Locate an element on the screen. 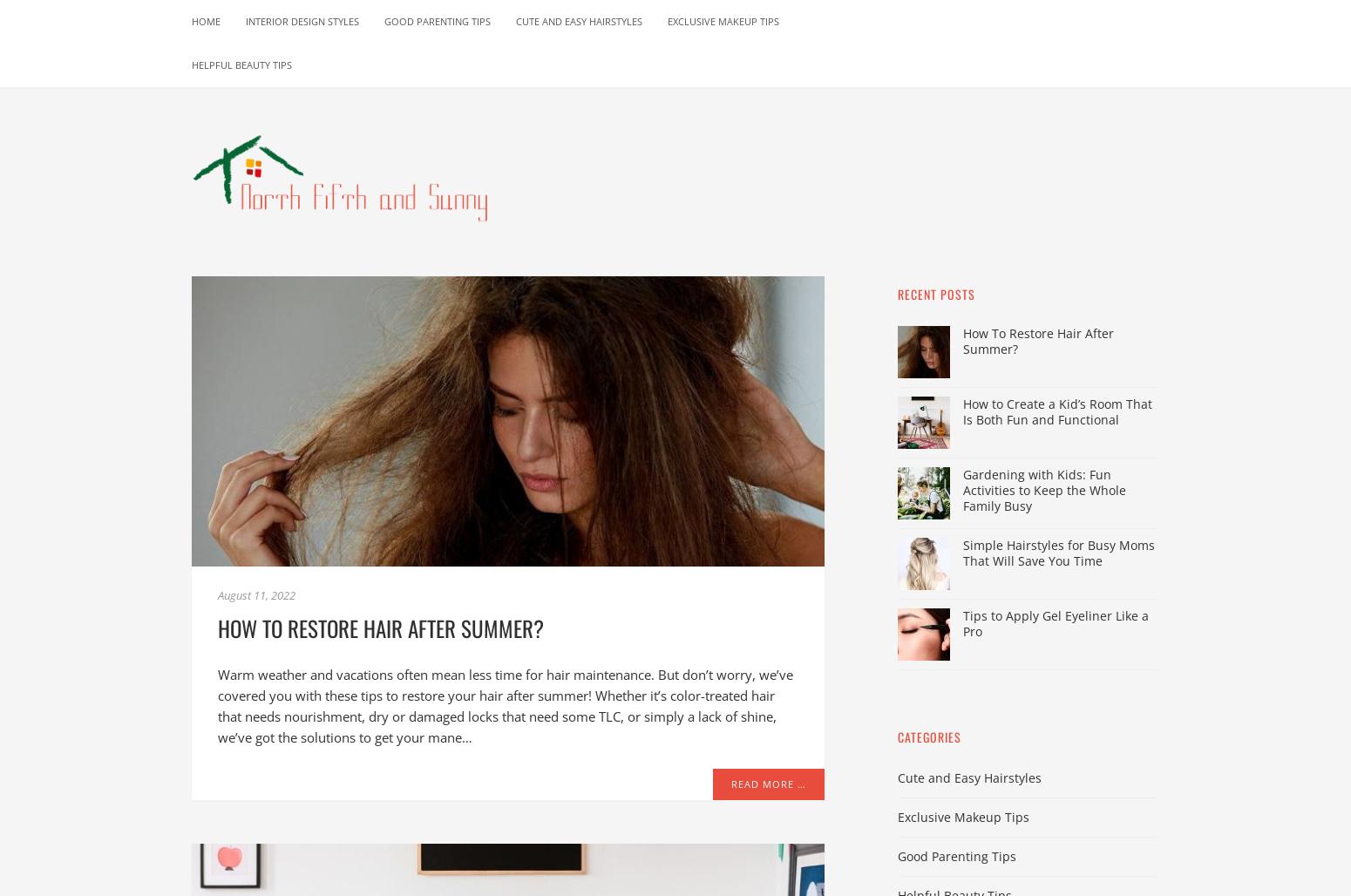 This screenshot has height=896, width=1351. 'Read More …' is located at coordinates (768, 783).